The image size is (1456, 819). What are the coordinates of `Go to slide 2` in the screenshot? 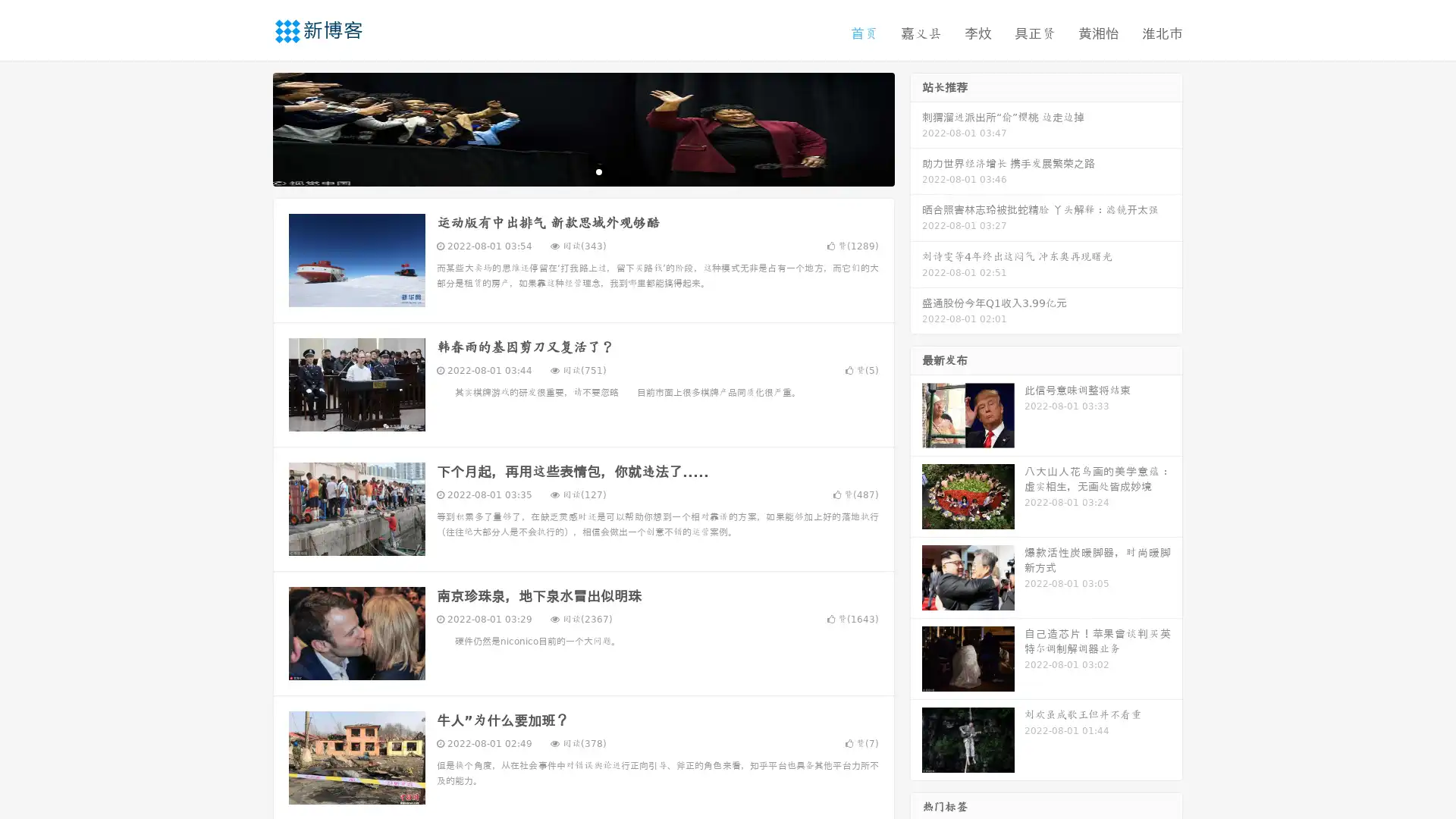 It's located at (582, 171).